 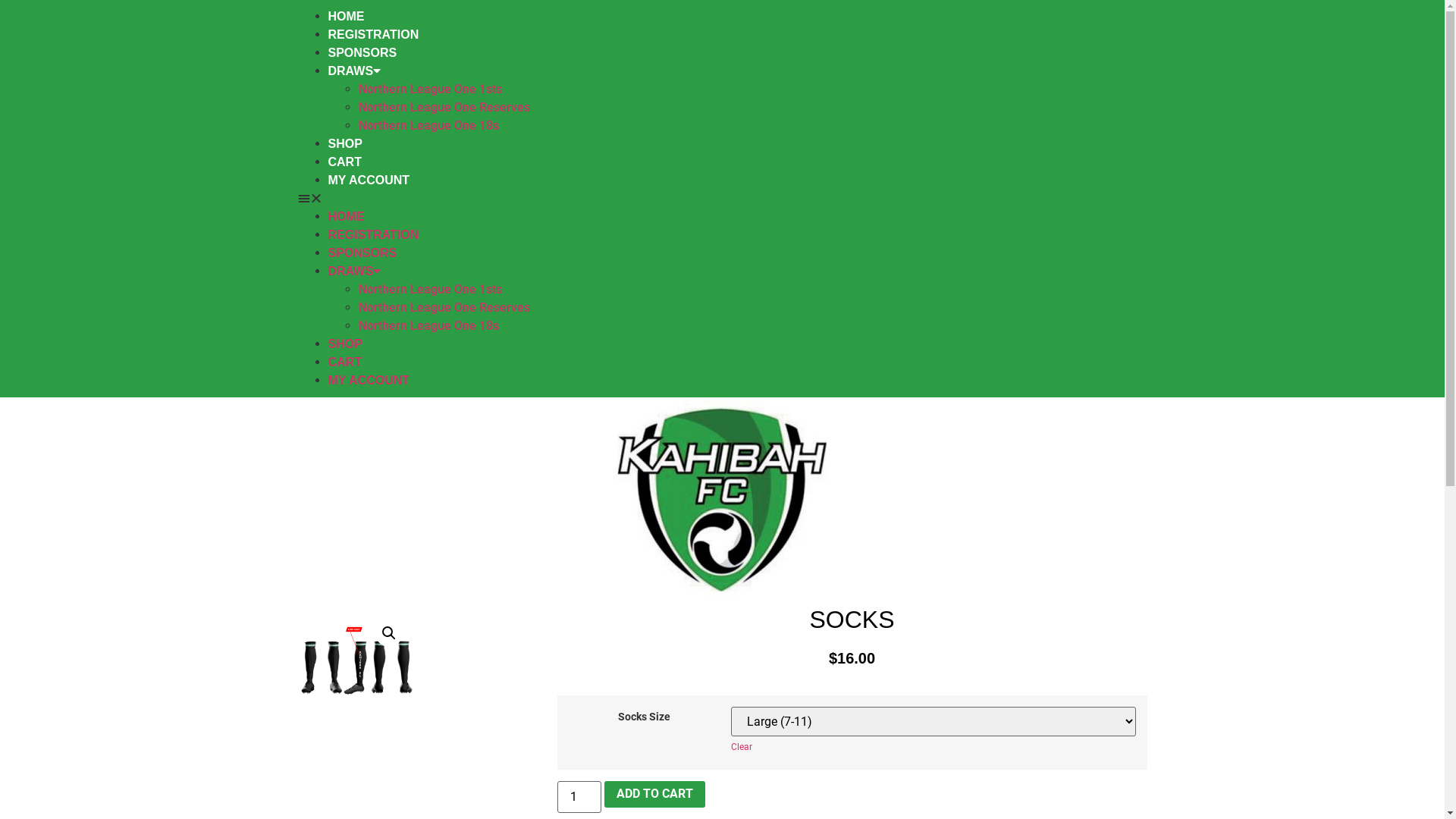 I want to click on 'CART', so click(x=344, y=362).